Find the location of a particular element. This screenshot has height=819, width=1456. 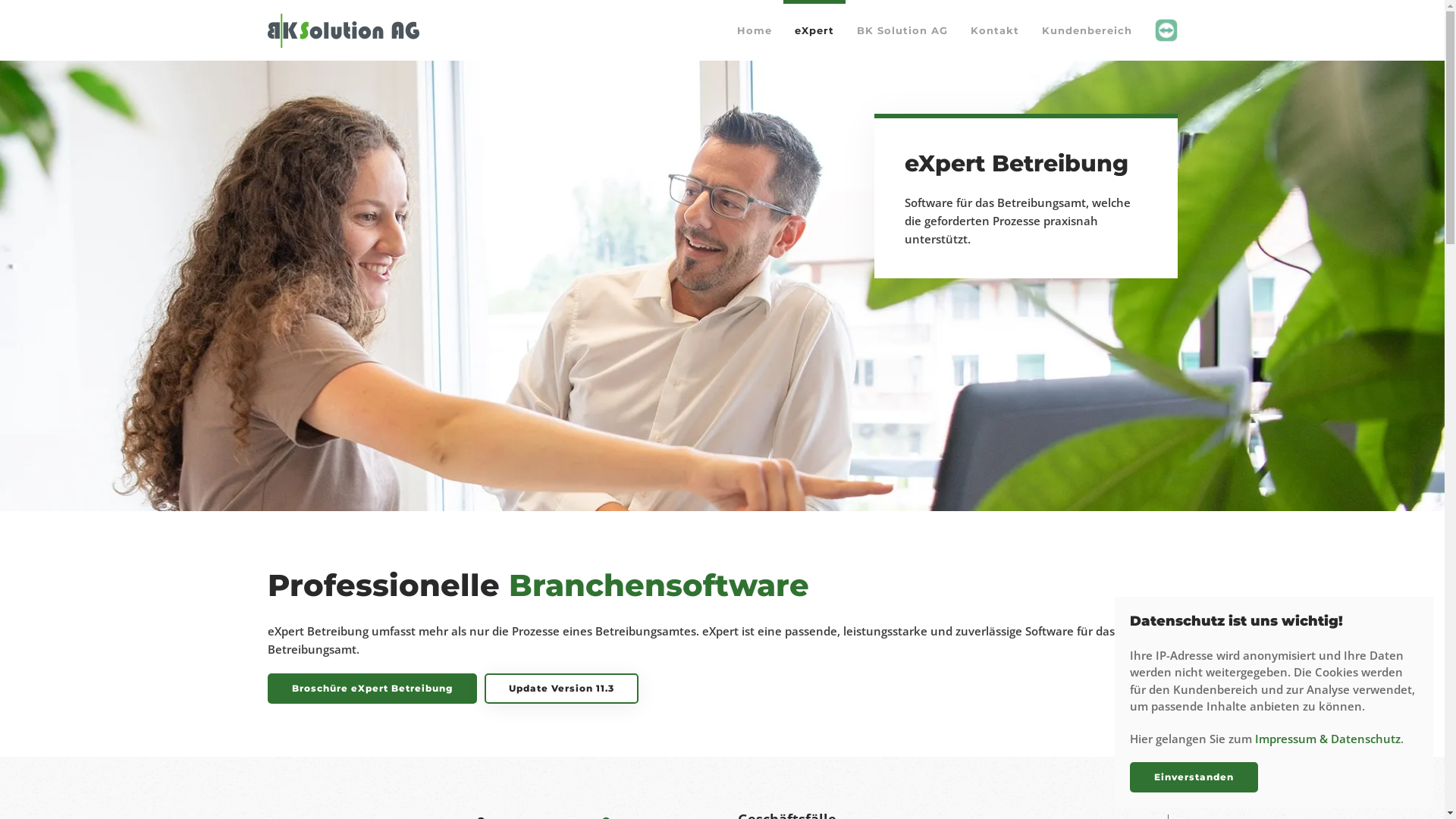

'Kontakt' is located at coordinates (957, 30).